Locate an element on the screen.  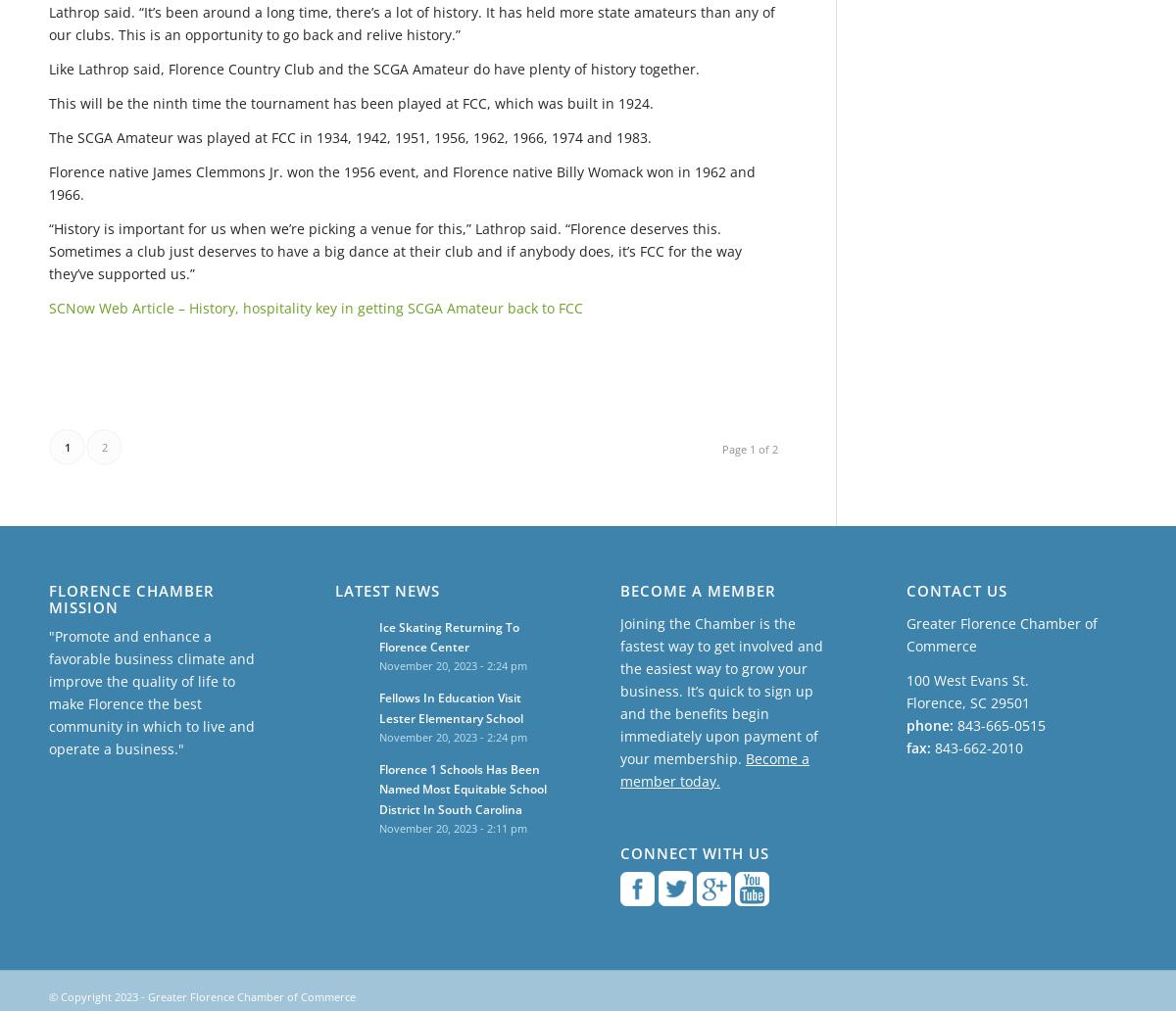
'Florence Chamber Mission' is located at coordinates (131, 599).